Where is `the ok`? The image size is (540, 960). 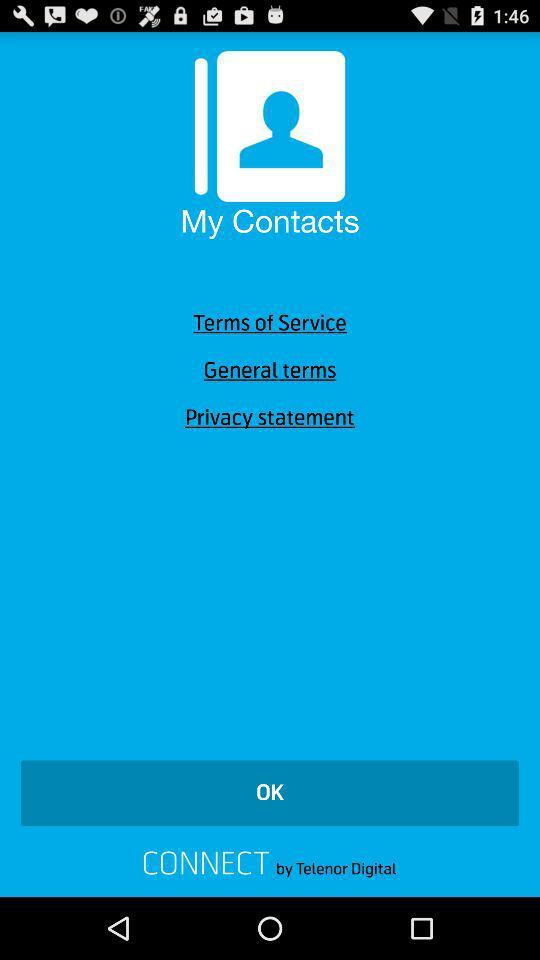
the ok is located at coordinates (270, 793).